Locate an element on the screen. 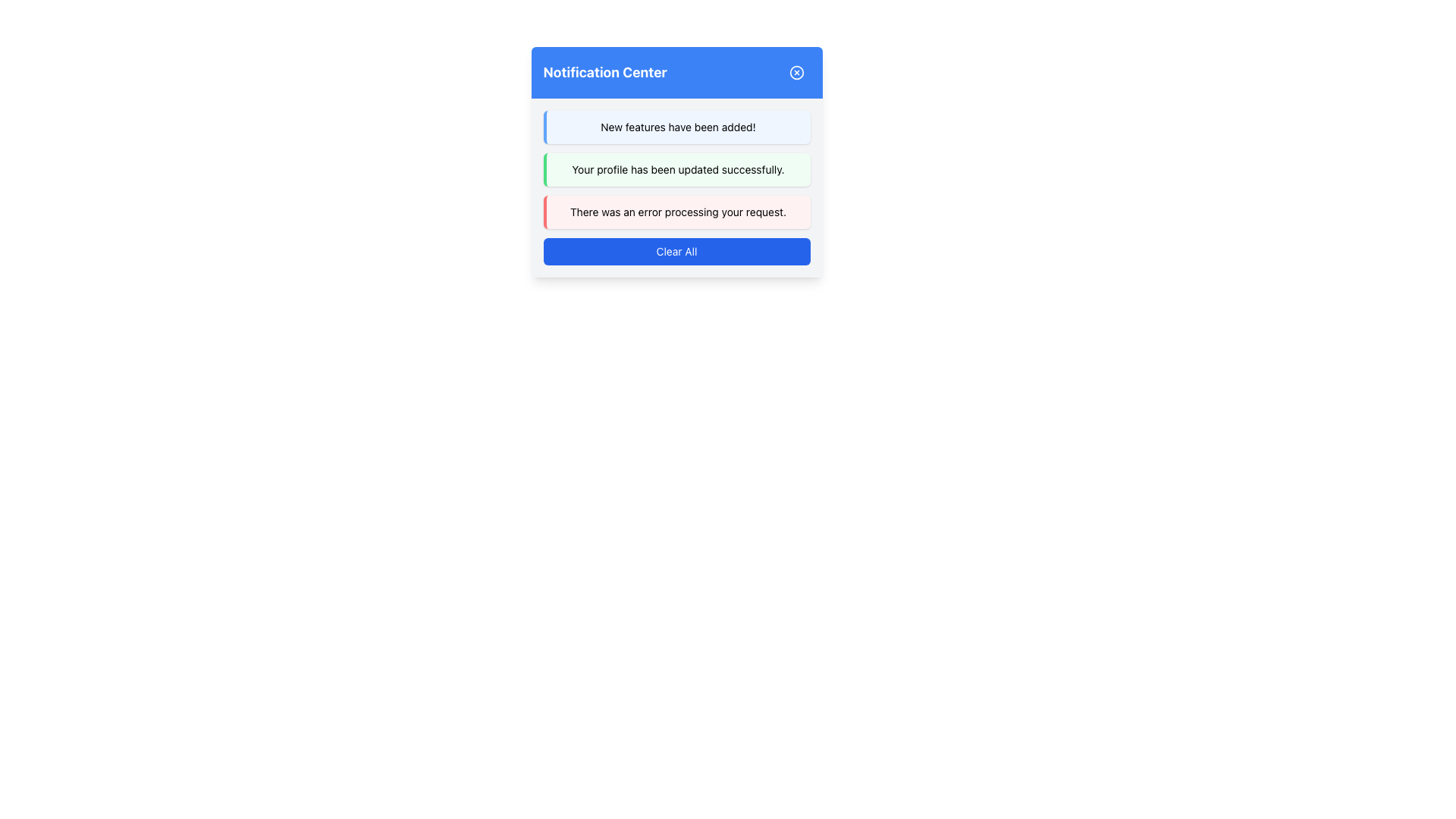 This screenshot has height=819, width=1456. the second notification item in the Notification Center card to emphasize it is located at coordinates (676, 162).